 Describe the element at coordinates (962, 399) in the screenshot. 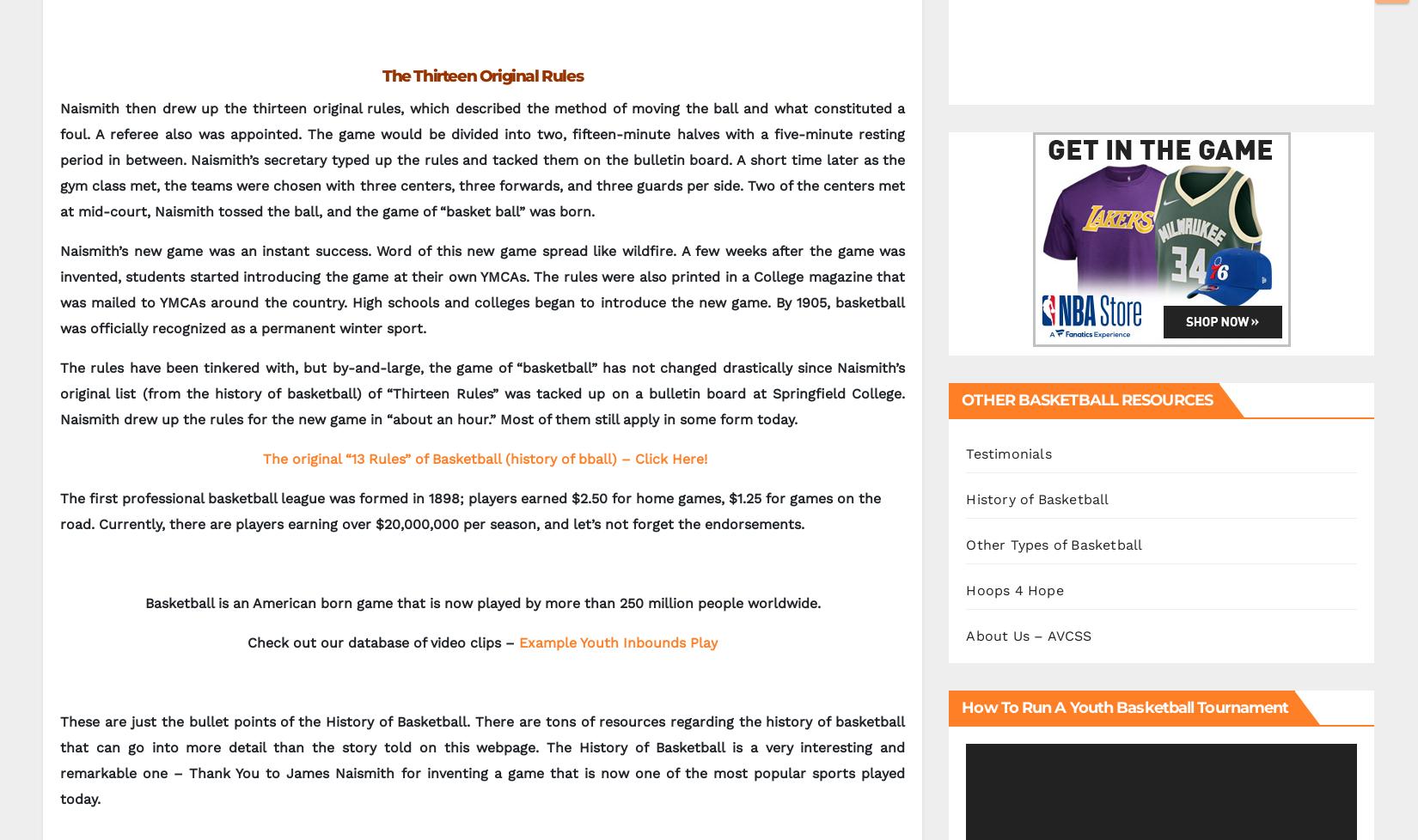

I see `'OTHER BASKETBALL RESOURCES'` at that location.